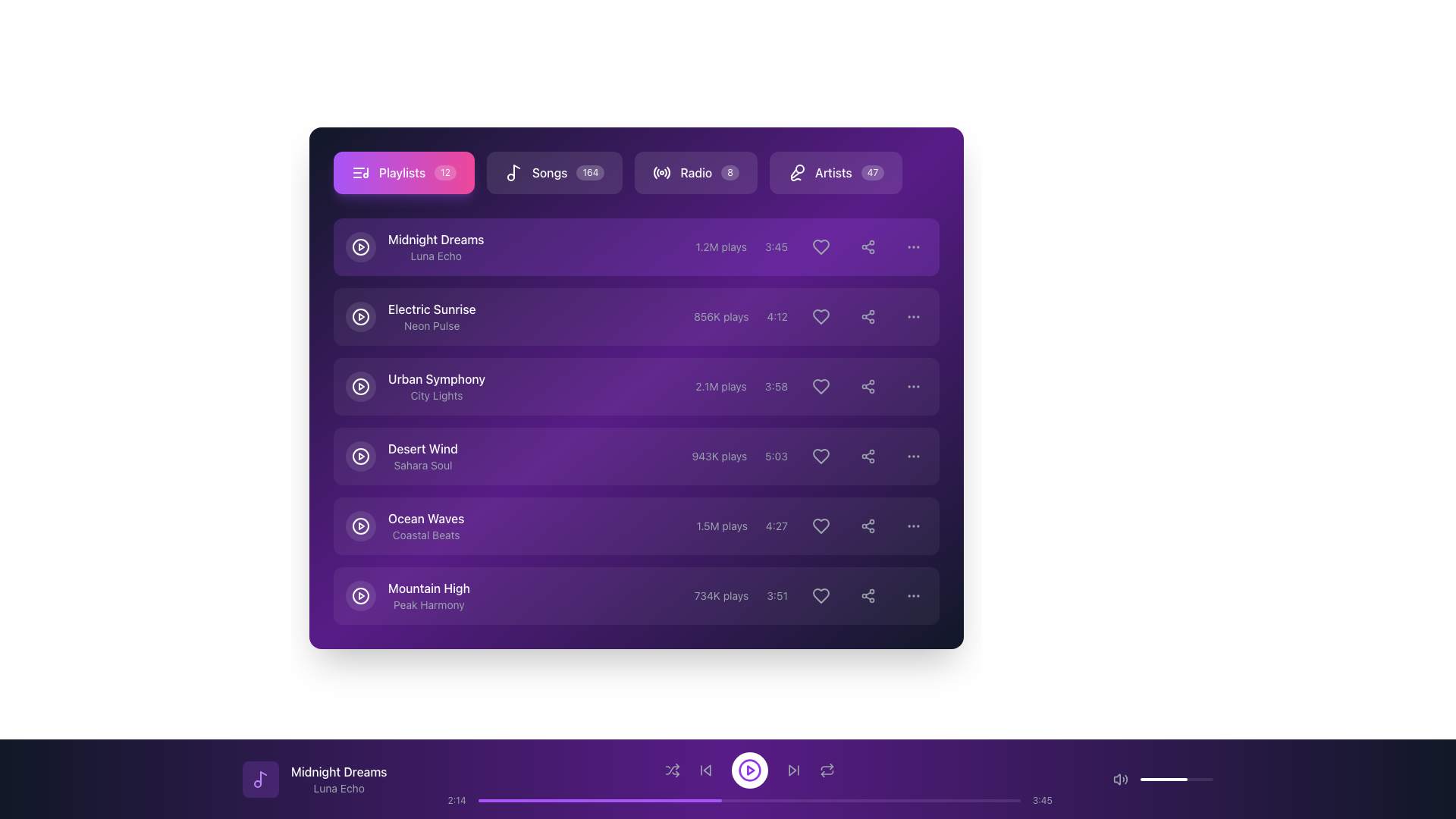  What do you see at coordinates (410, 315) in the screenshot?
I see `the play button located to the left of the text 'Electric Sunrise' and 'Neon Pulse'` at bounding box center [410, 315].